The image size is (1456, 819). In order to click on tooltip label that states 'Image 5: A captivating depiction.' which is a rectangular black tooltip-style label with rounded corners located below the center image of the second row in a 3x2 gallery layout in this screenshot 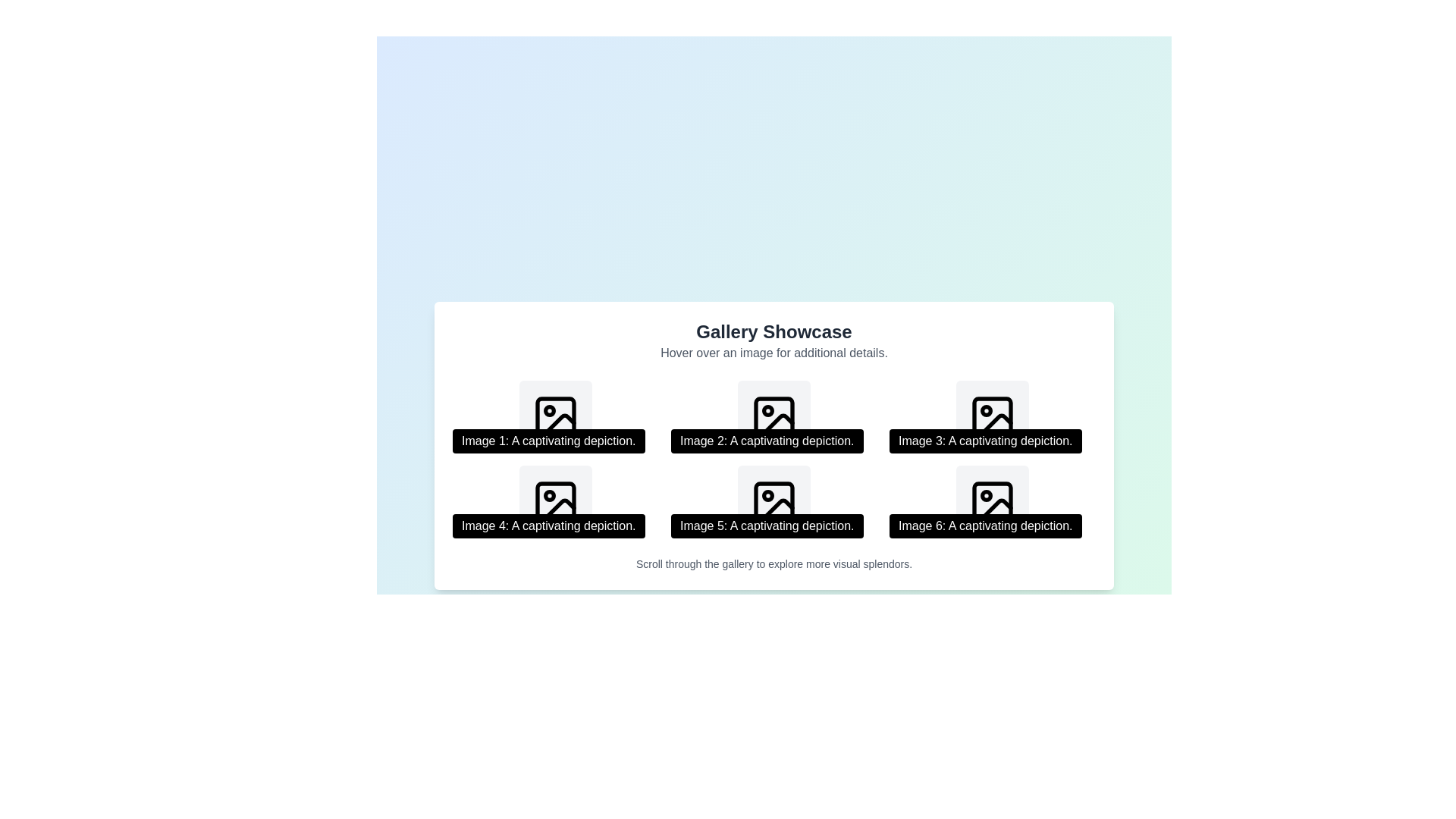, I will do `click(767, 526)`.